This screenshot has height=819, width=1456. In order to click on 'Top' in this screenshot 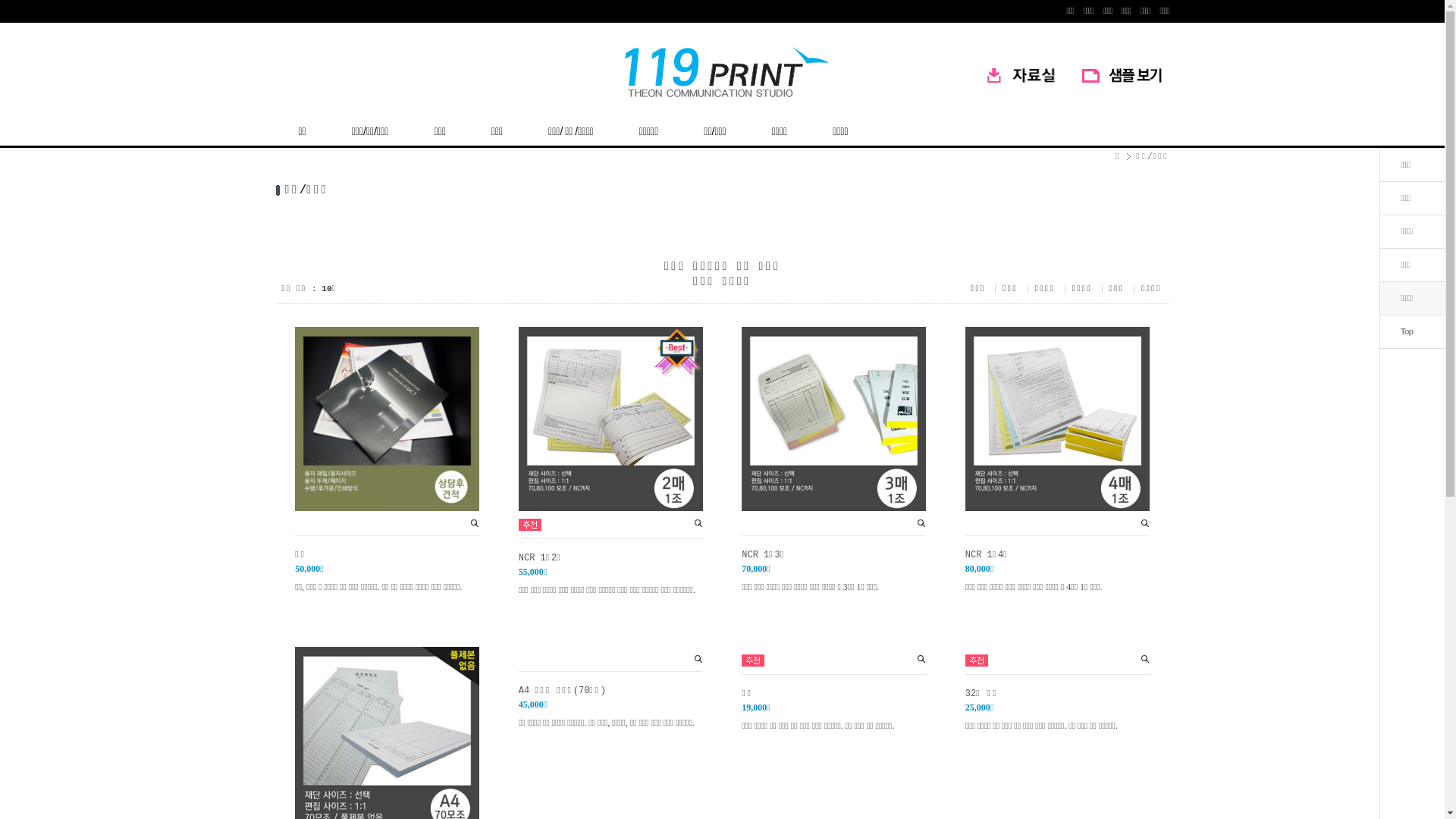, I will do `click(1405, 330)`.